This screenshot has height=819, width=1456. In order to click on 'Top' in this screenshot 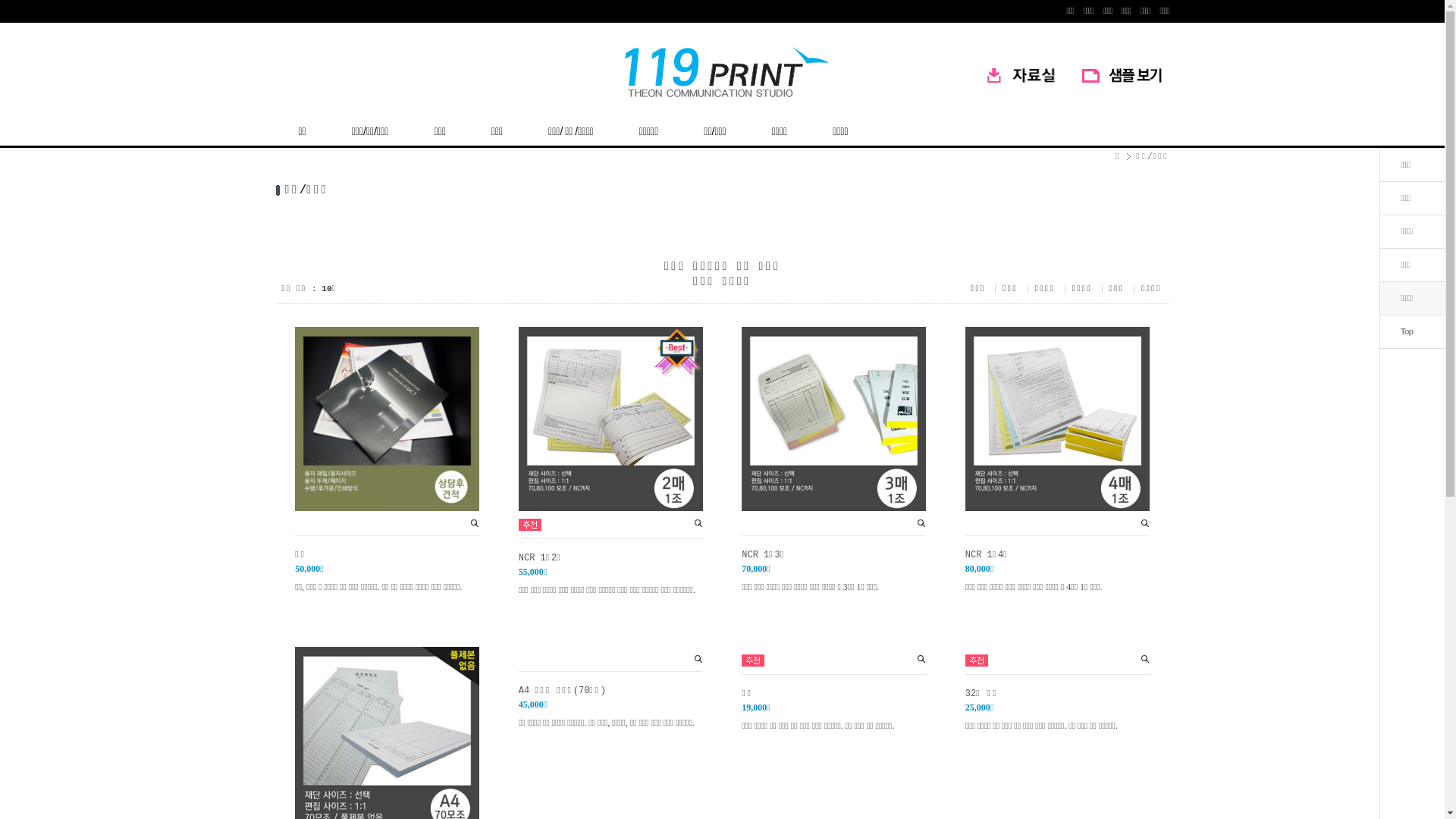, I will do `click(1405, 330)`.